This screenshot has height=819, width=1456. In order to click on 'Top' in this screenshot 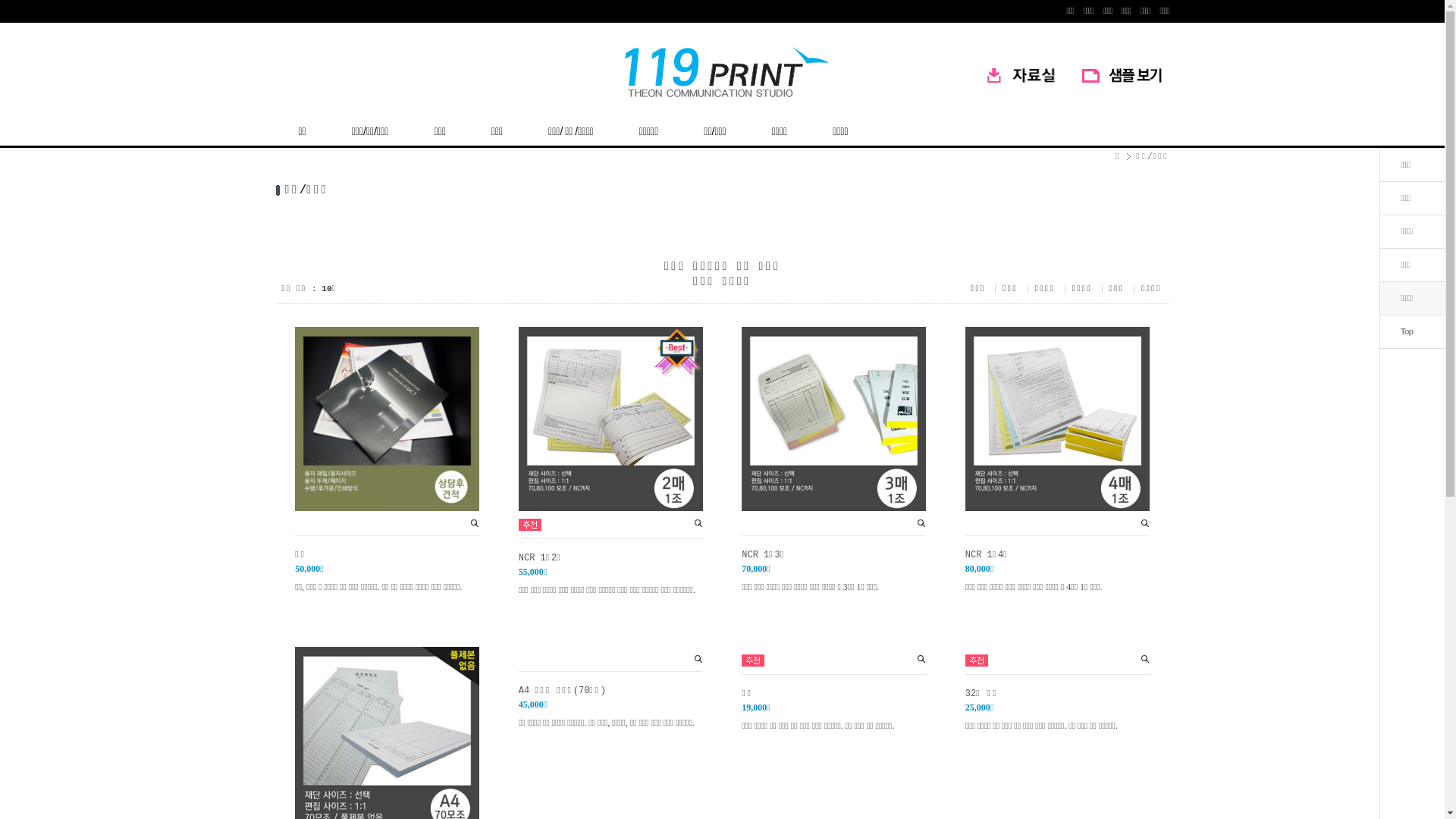, I will do `click(1405, 330)`.